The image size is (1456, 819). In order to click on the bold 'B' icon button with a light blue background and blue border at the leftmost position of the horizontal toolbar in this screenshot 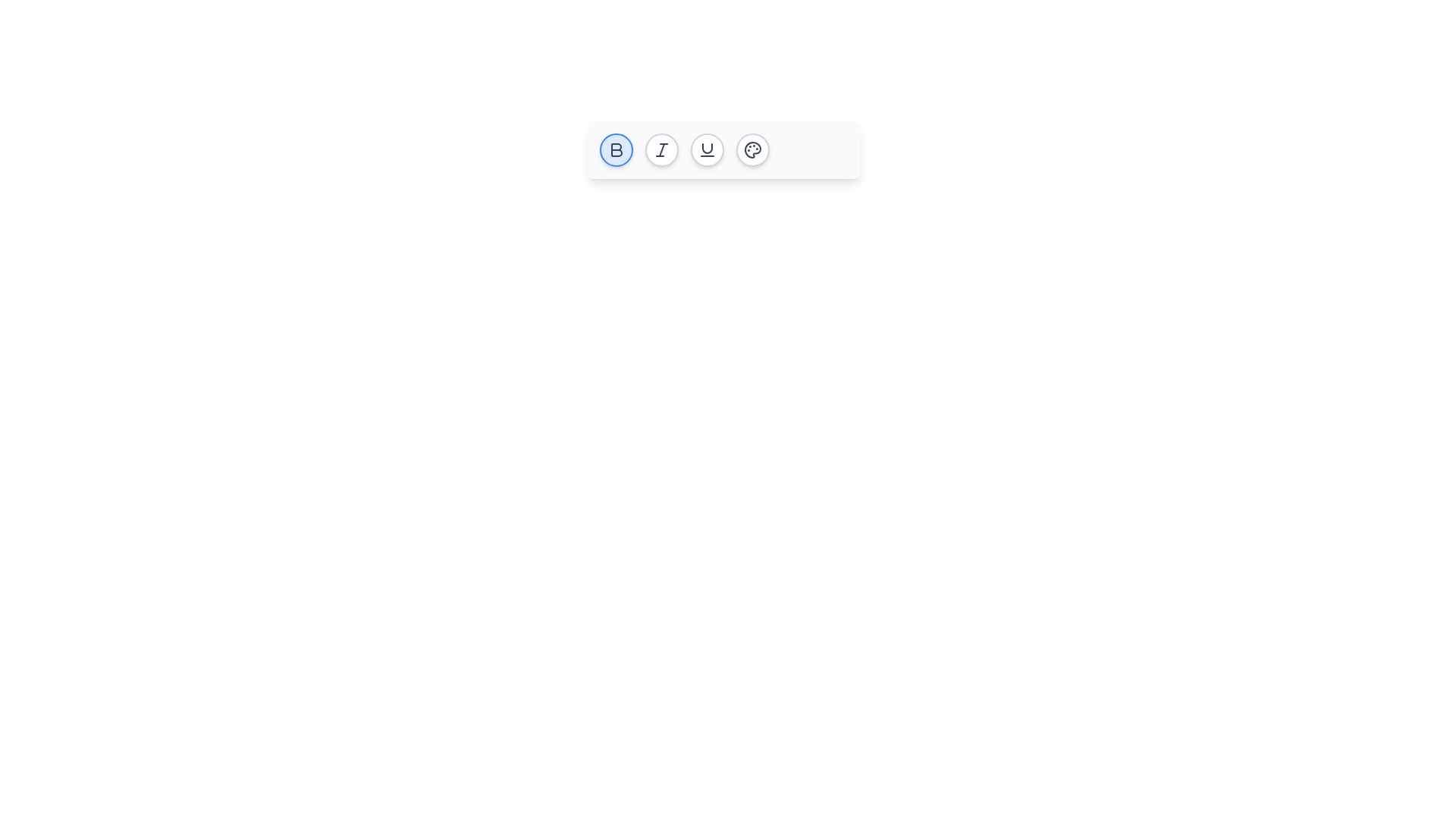, I will do `click(616, 149)`.